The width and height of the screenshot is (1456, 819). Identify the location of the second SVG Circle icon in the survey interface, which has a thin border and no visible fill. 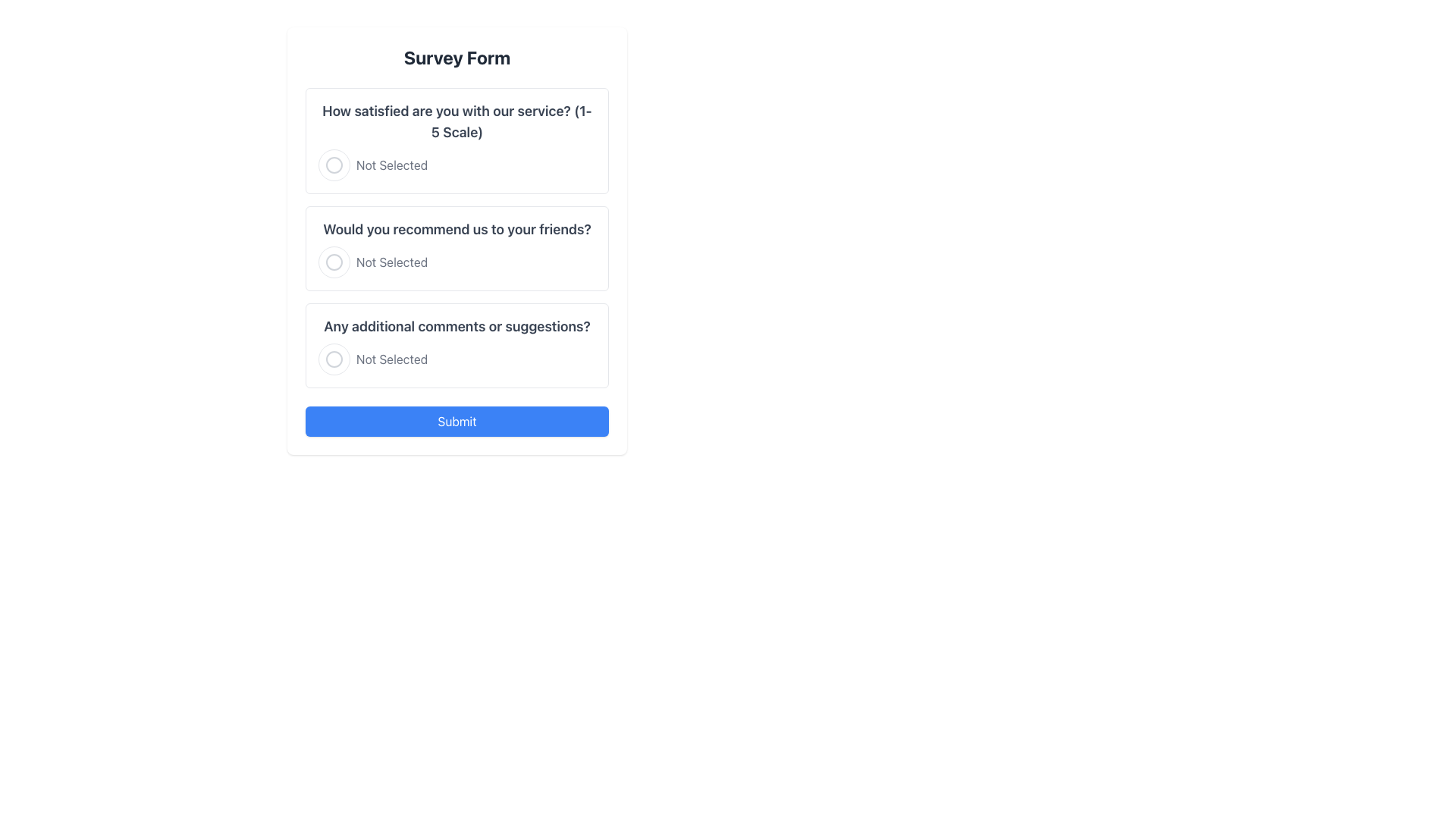
(334, 262).